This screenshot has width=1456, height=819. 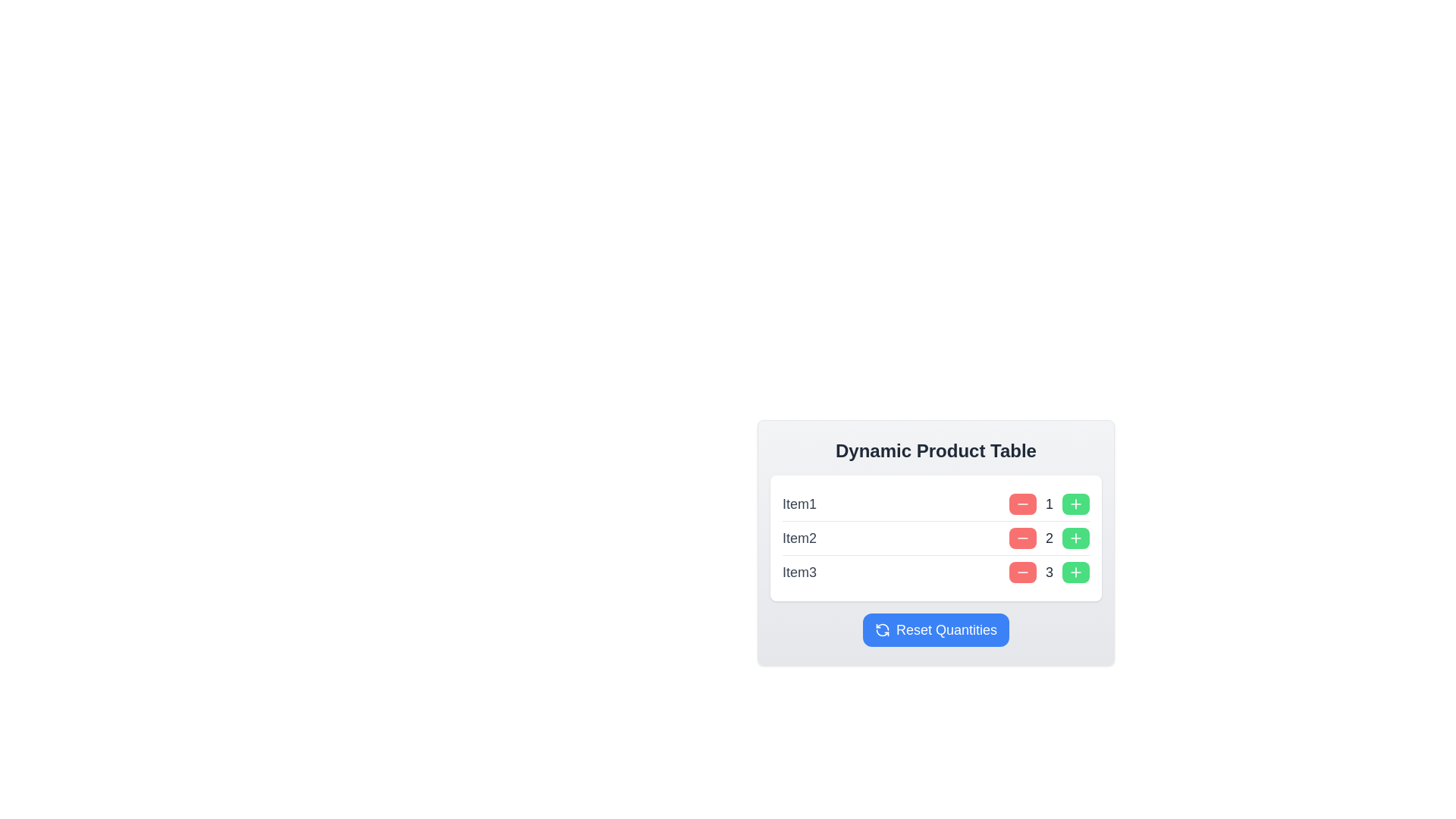 What do you see at coordinates (1075, 573) in the screenshot?
I see `the smaller green circle button with a white plus sign, located to the right of the numeric input field displaying the current quantity '3' in the third row of the item list, to increment the item count` at bounding box center [1075, 573].